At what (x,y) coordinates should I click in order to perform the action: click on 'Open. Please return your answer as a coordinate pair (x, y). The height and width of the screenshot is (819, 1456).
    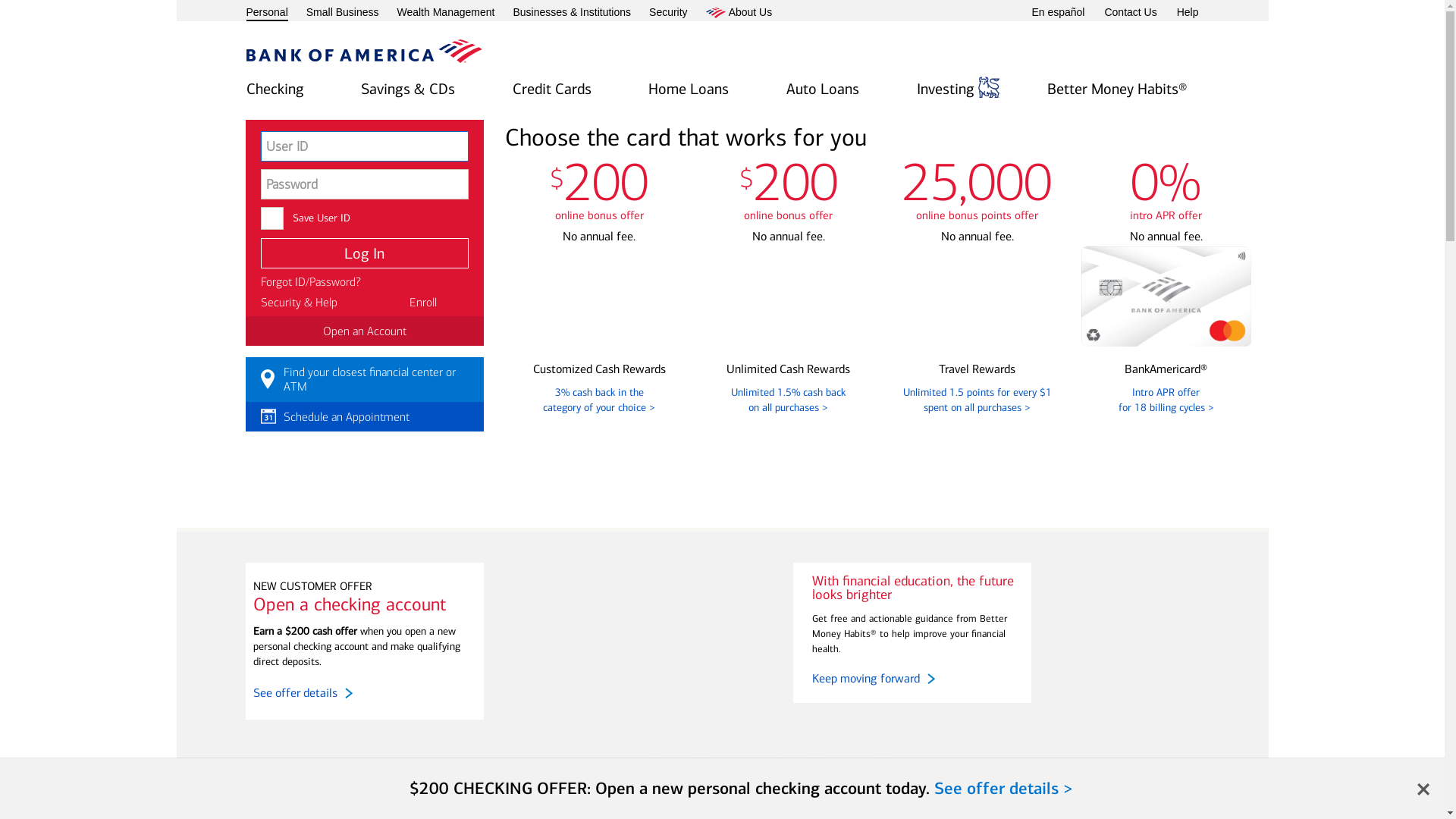
    Looking at the image, I should click on (551, 90).